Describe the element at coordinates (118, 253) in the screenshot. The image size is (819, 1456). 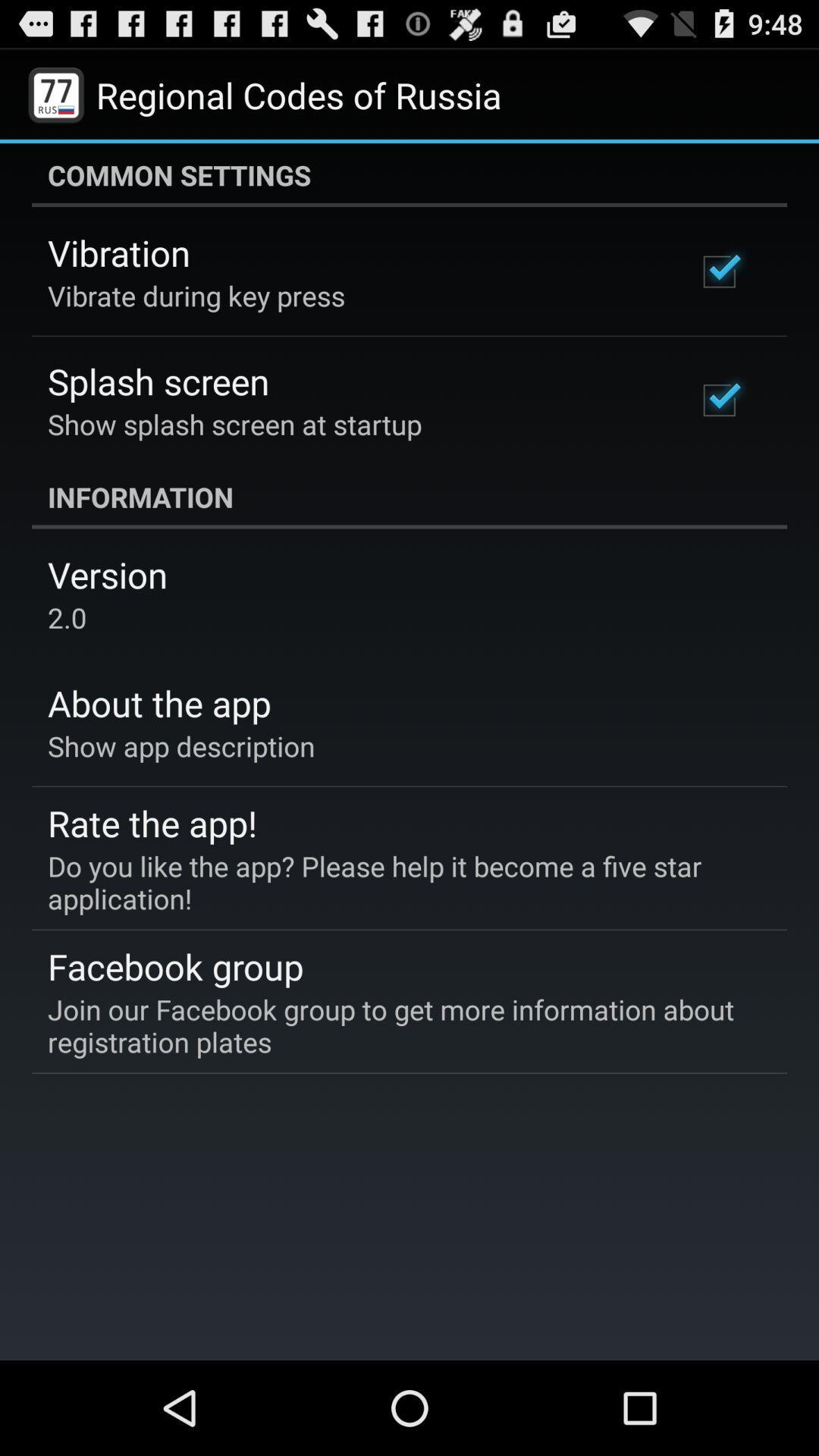
I see `the item below common settings item` at that location.